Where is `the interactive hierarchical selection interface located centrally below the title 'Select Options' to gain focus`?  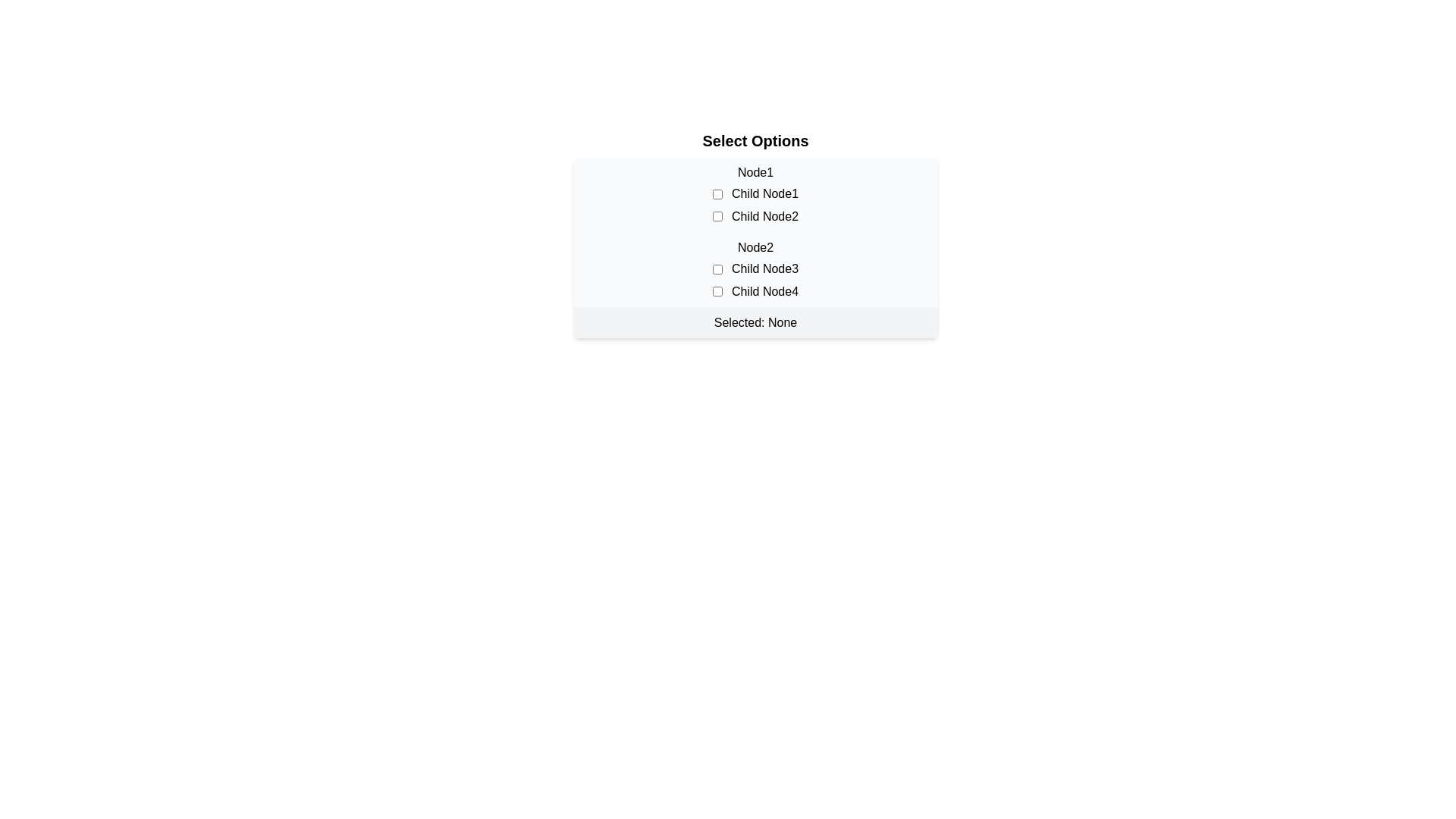
the interactive hierarchical selection interface located centrally below the title 'Select Options' to gain focus is located at coordinates (755, 234).